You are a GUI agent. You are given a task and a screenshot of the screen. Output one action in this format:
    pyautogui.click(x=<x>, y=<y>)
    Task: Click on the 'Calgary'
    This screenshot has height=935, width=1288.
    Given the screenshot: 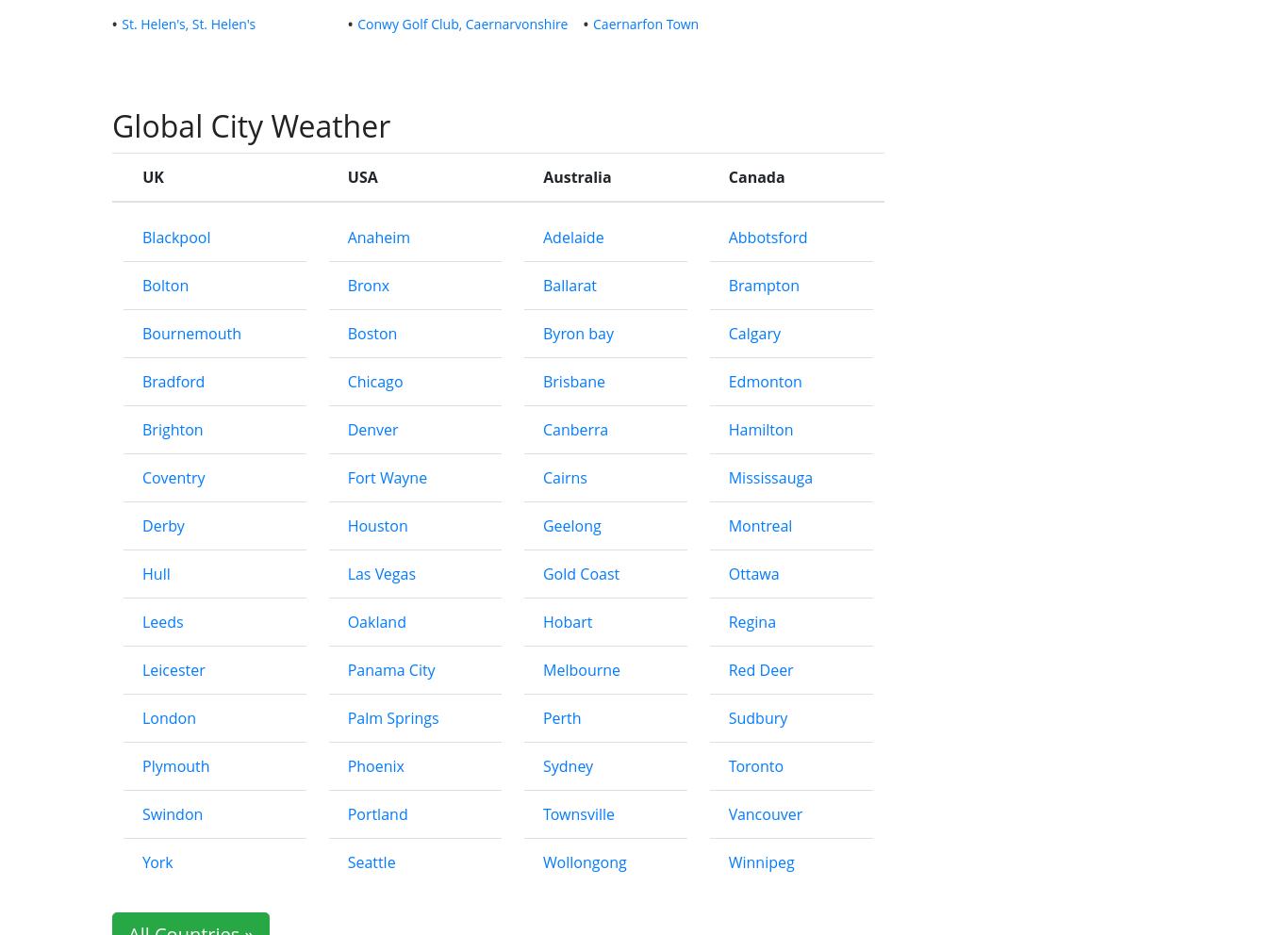 What is the action you would take?
    pyautogui.click(x=752, y=331)
    